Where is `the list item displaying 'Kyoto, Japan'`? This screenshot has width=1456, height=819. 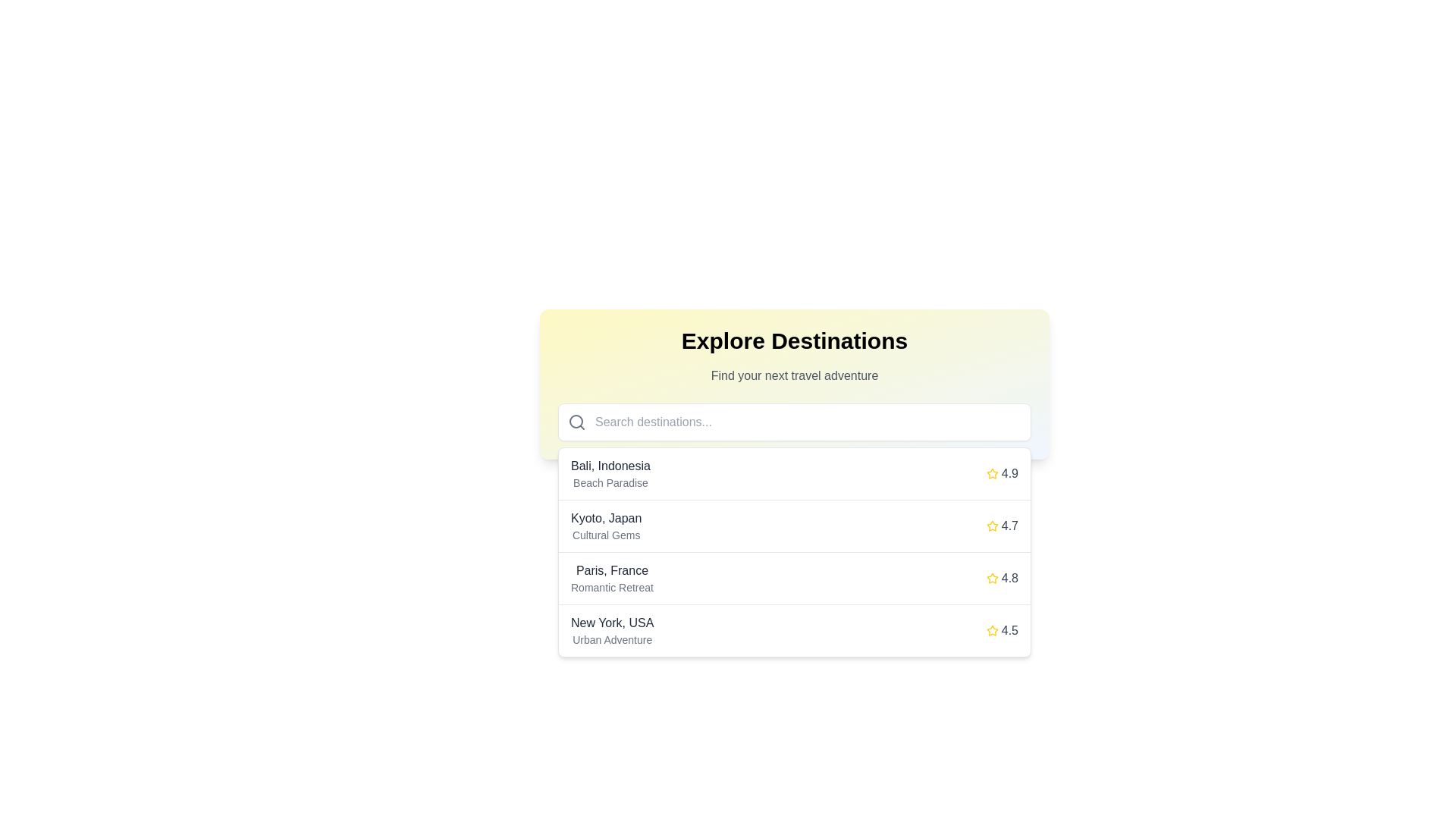
the list item displaying 'Kyoto, Japan' is located at coordinates (793, 526).